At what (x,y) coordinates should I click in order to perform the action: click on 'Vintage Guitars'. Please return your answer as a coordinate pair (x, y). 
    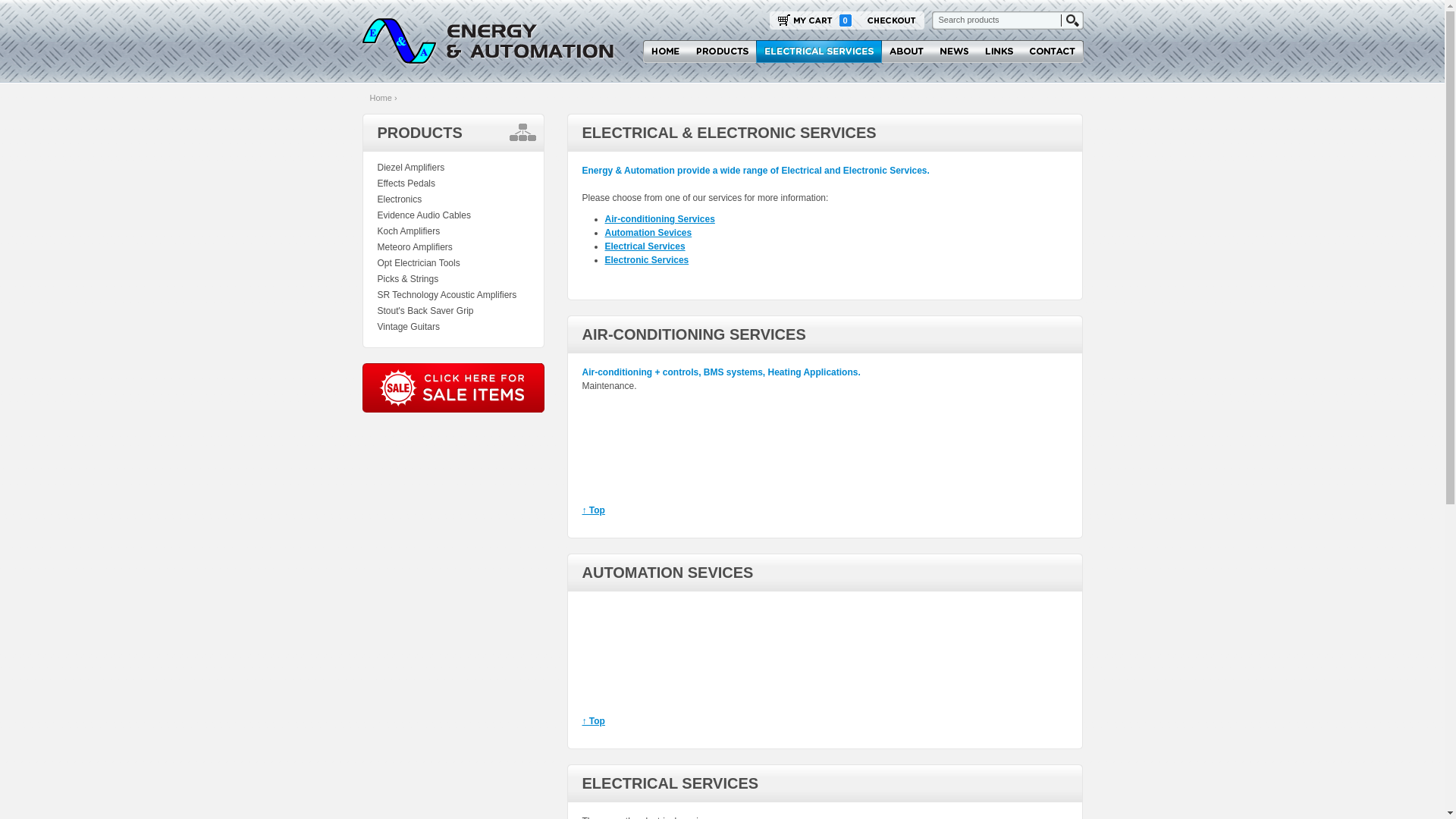
    Looking at the image, I should click on (408, 326).